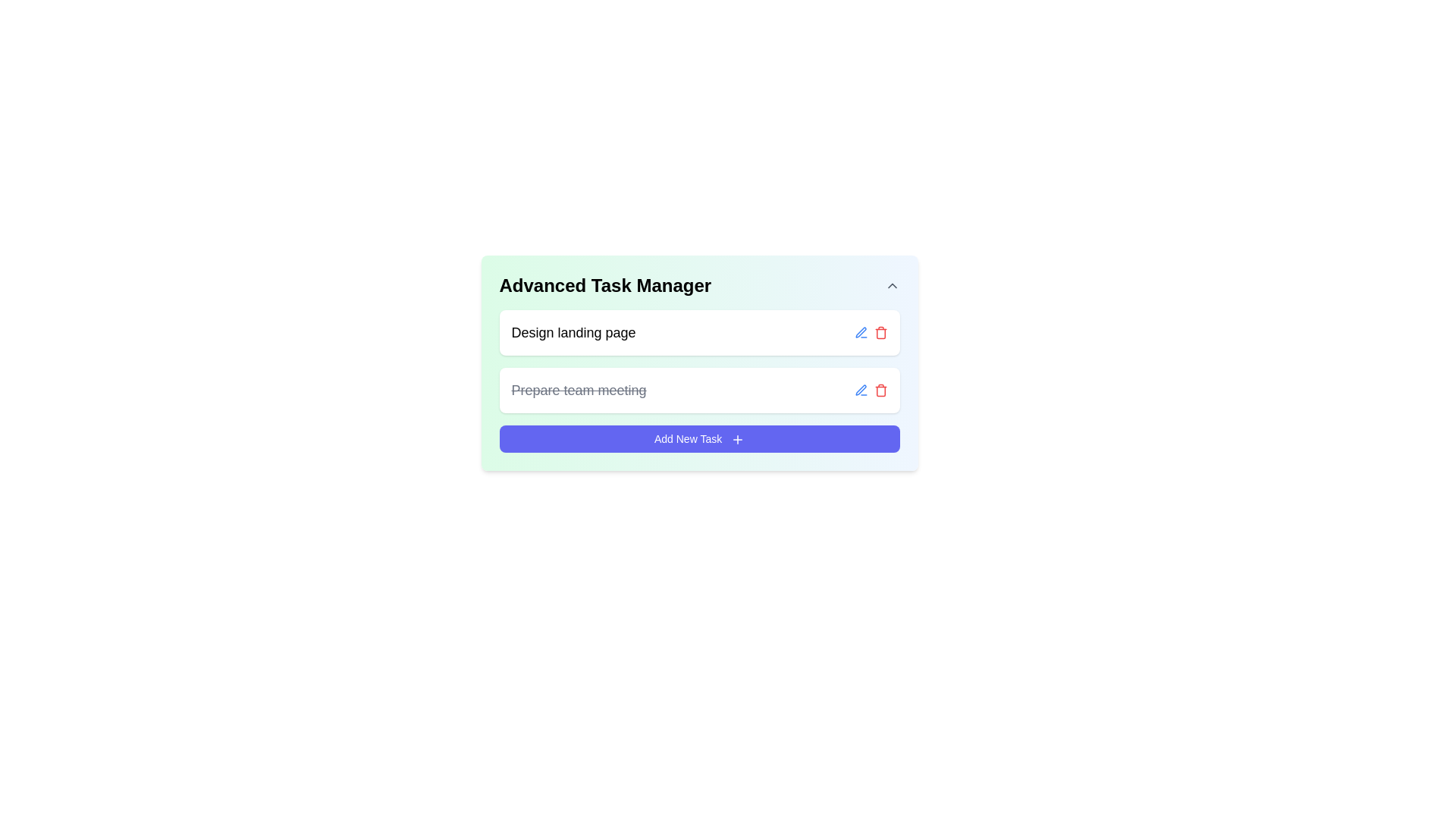  Describe the element at coordinates (573, 332) in the screenshot. I see `text from the label element displaying 'Design landing page', which is the first item in the task list of the task management interface` at that location.